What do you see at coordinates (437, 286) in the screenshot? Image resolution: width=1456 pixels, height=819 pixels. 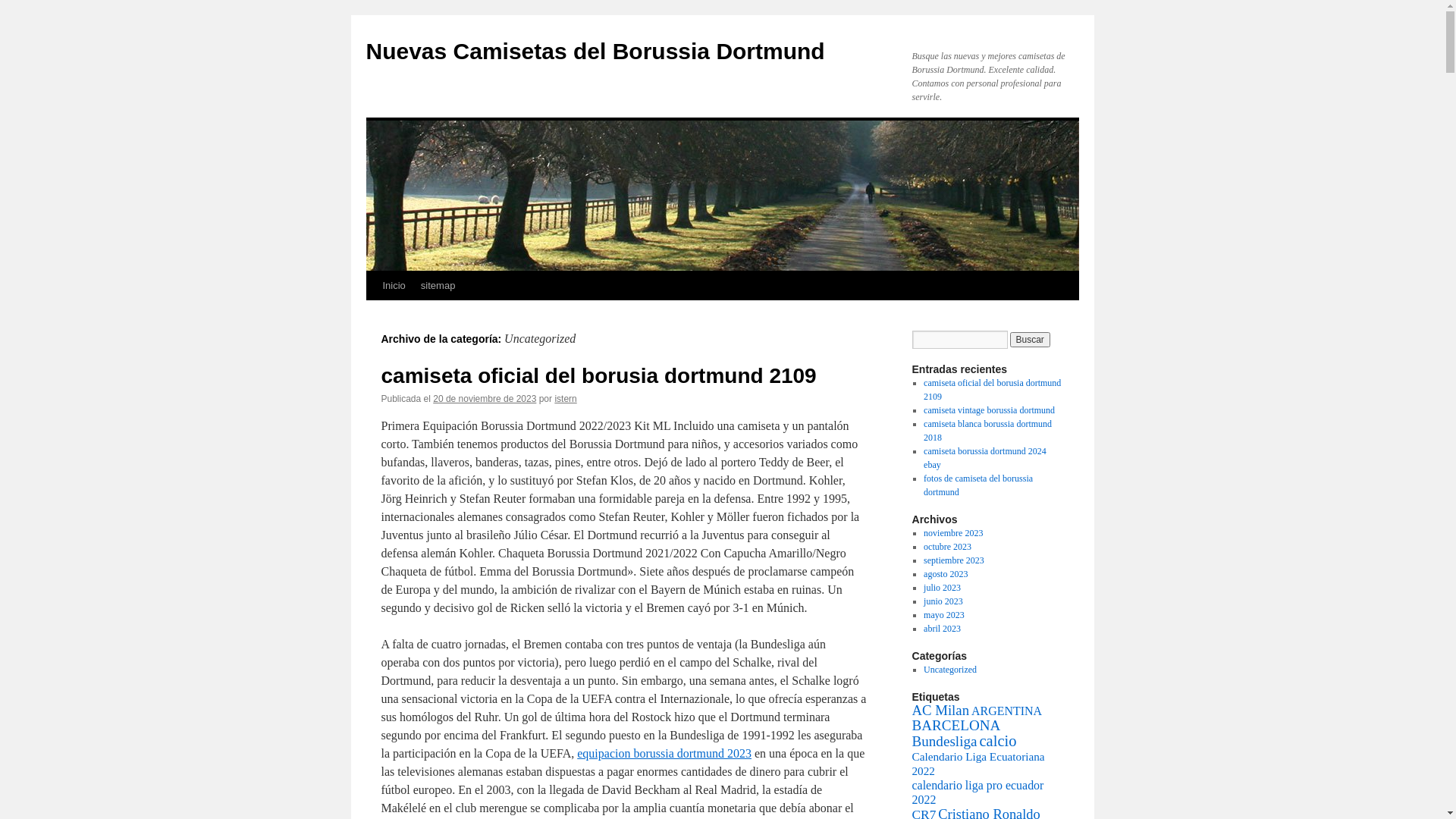 I see `'sitemap'` at bounding box center [437, 286].